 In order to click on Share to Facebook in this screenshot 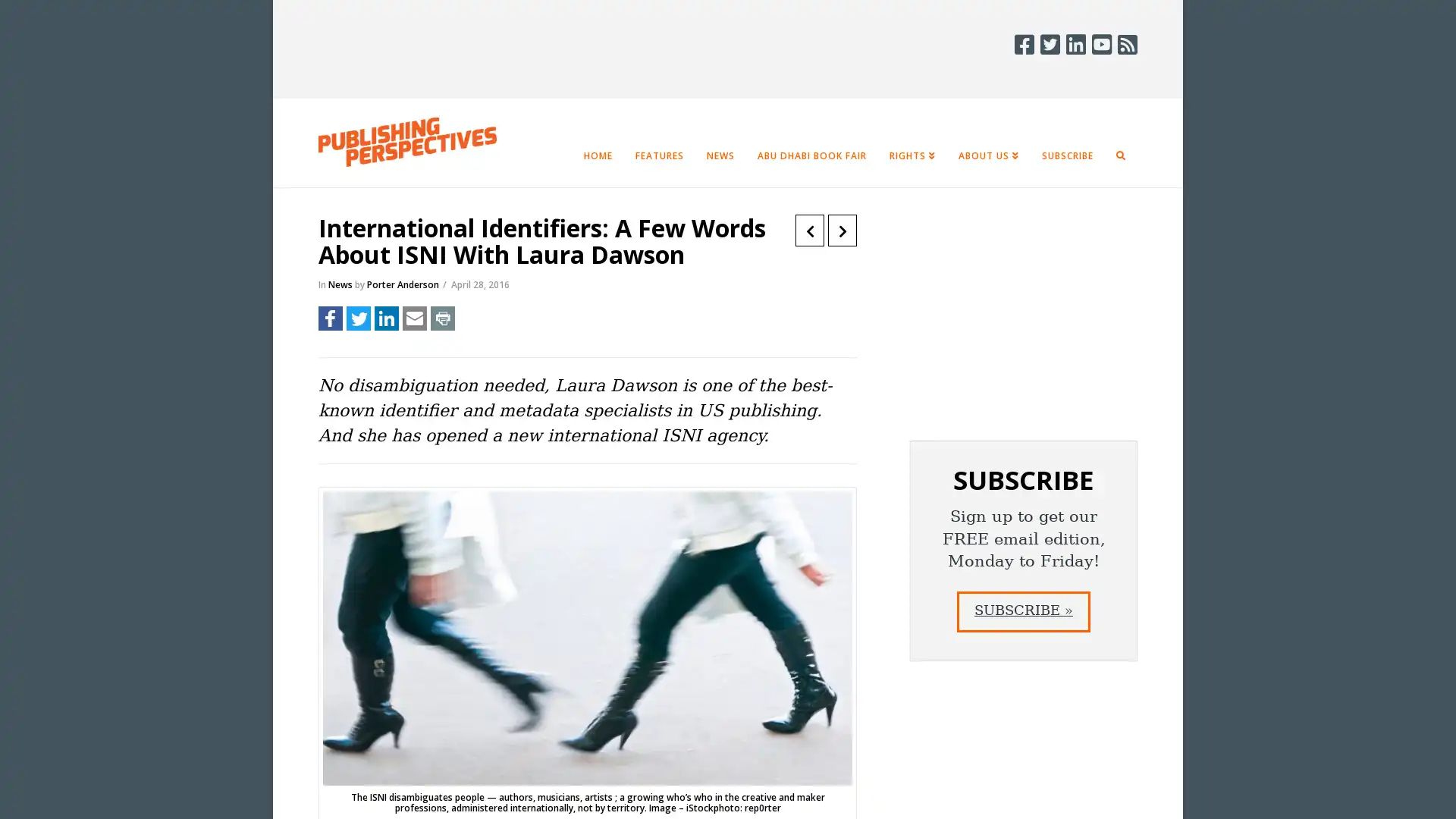, I will do `click(330, 318)`.